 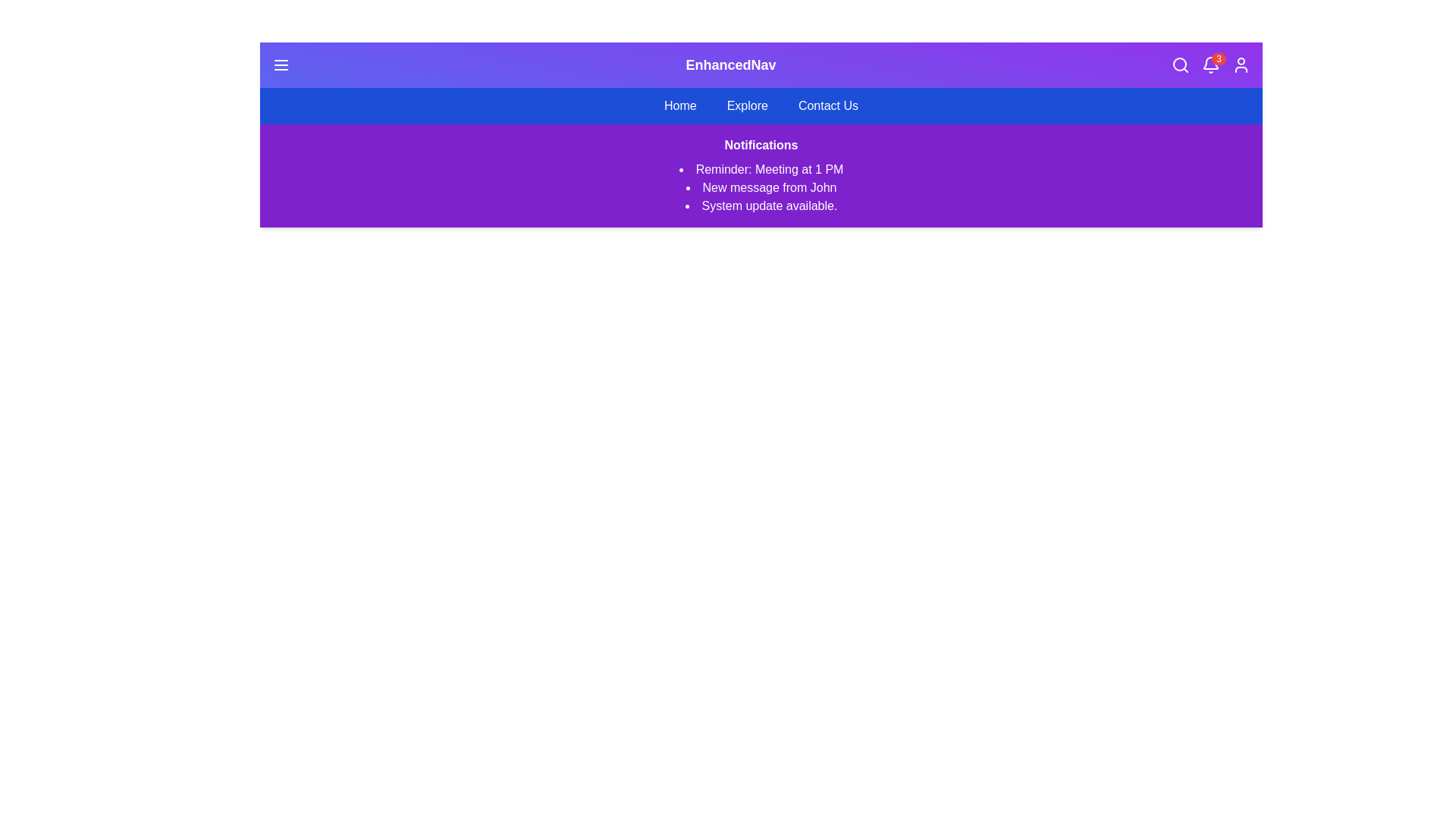 I want to click on the 'Explore' navigation option in the navigation bar, which has a blue background and white text, located below the 'EnhancedNav' header, so click(x=761, y=105).